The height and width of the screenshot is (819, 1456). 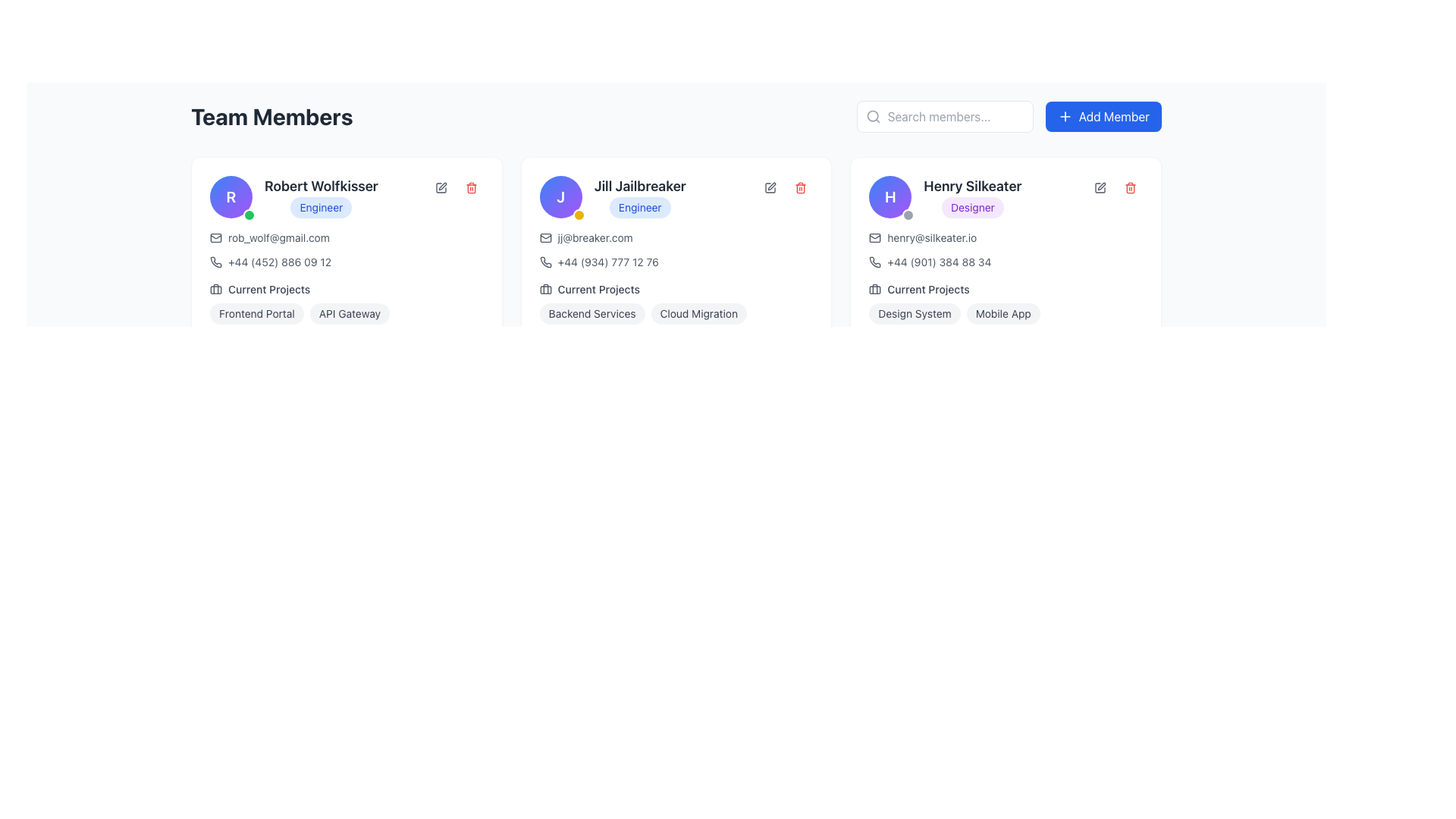 What do you see at coordinates (271, 116) in the screenshot?
I see `the bold heading labeled 'Team Members' positioned at the top-left of the interface, above the list of team member cards` at bounding box center [271, 116].